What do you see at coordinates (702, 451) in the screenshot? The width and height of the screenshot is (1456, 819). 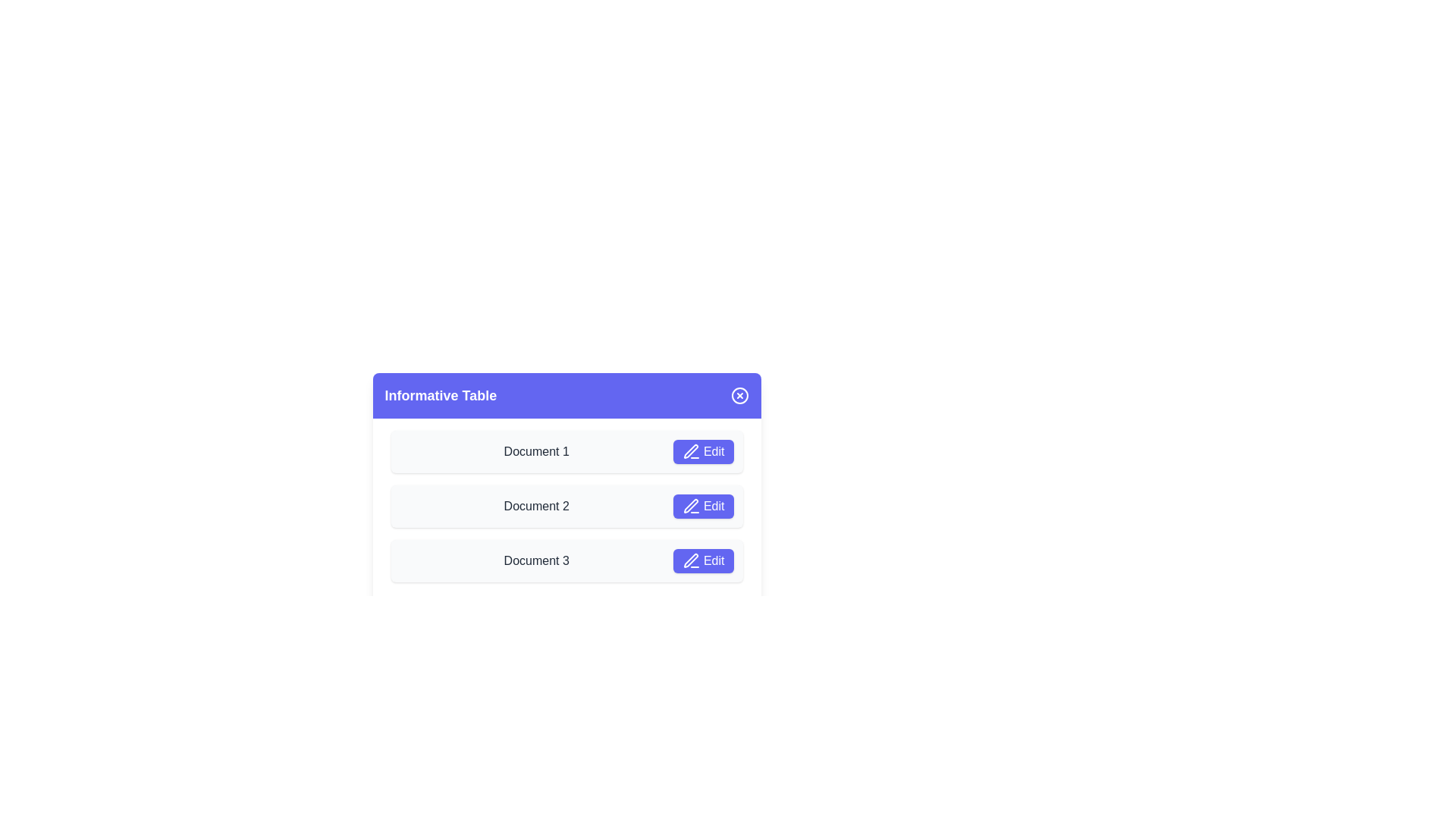 I see `'Edit' button for the document with the name 'Document 1'` at bounding box center [702, 451].